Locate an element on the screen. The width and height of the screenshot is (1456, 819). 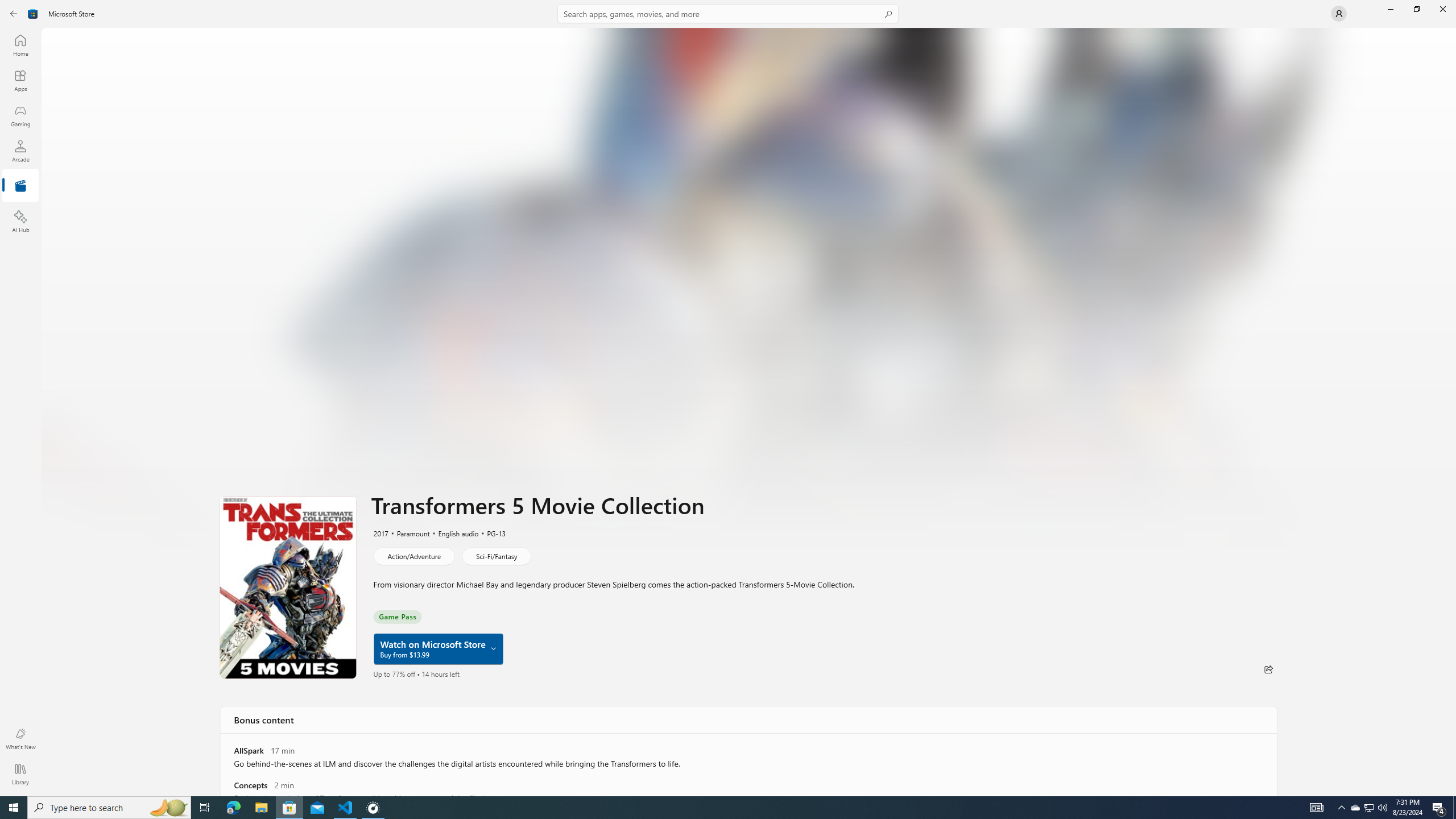
'English audio' is located at coordinates (453, 533).